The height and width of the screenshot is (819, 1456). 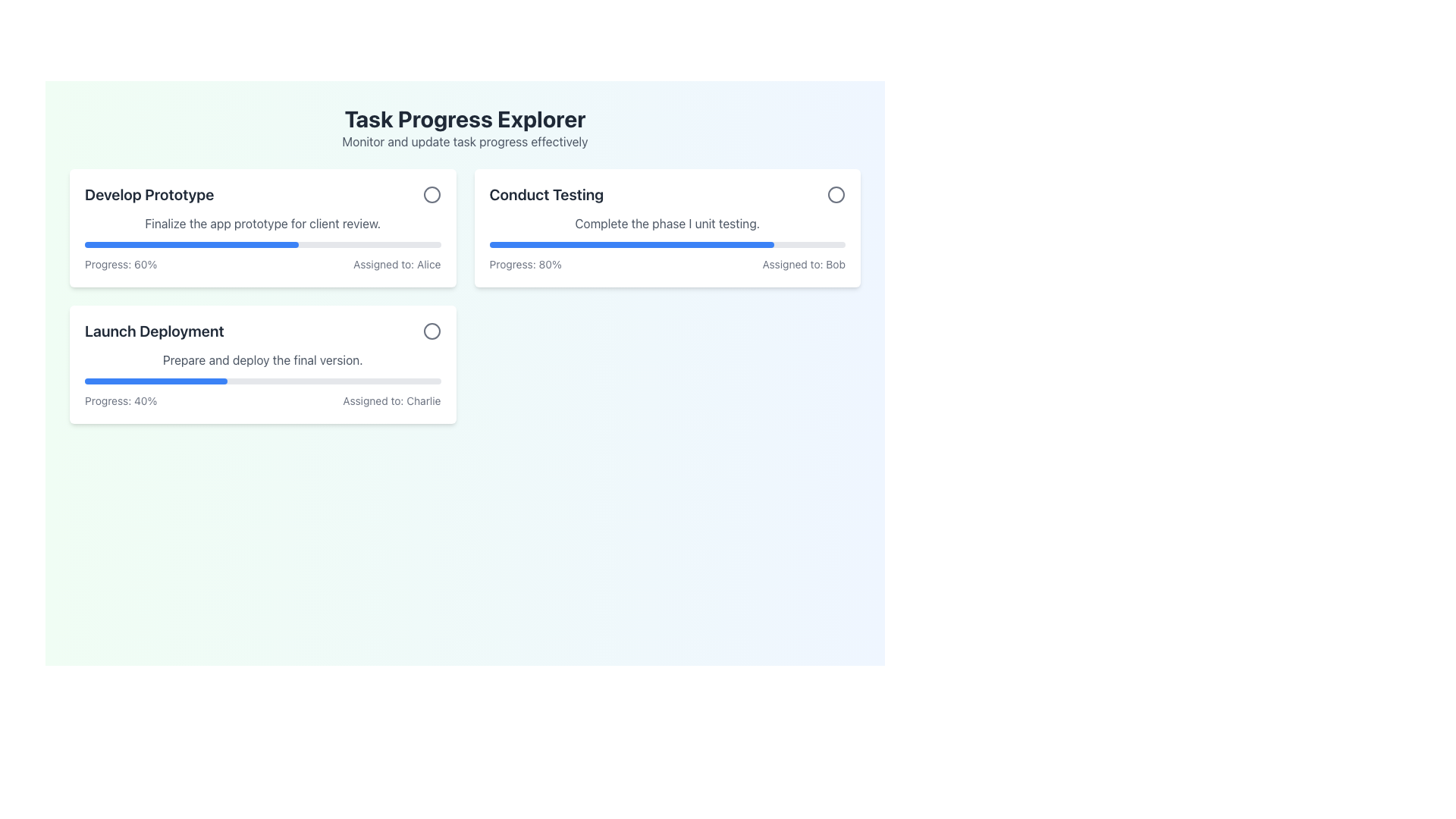 I want to click on the non-interactive text label indicating the name of the person assigned to the task 'Launch Deployment', located at the bottom-right corner of the 'Launch Deployment' card, so click(x=391, y=400).